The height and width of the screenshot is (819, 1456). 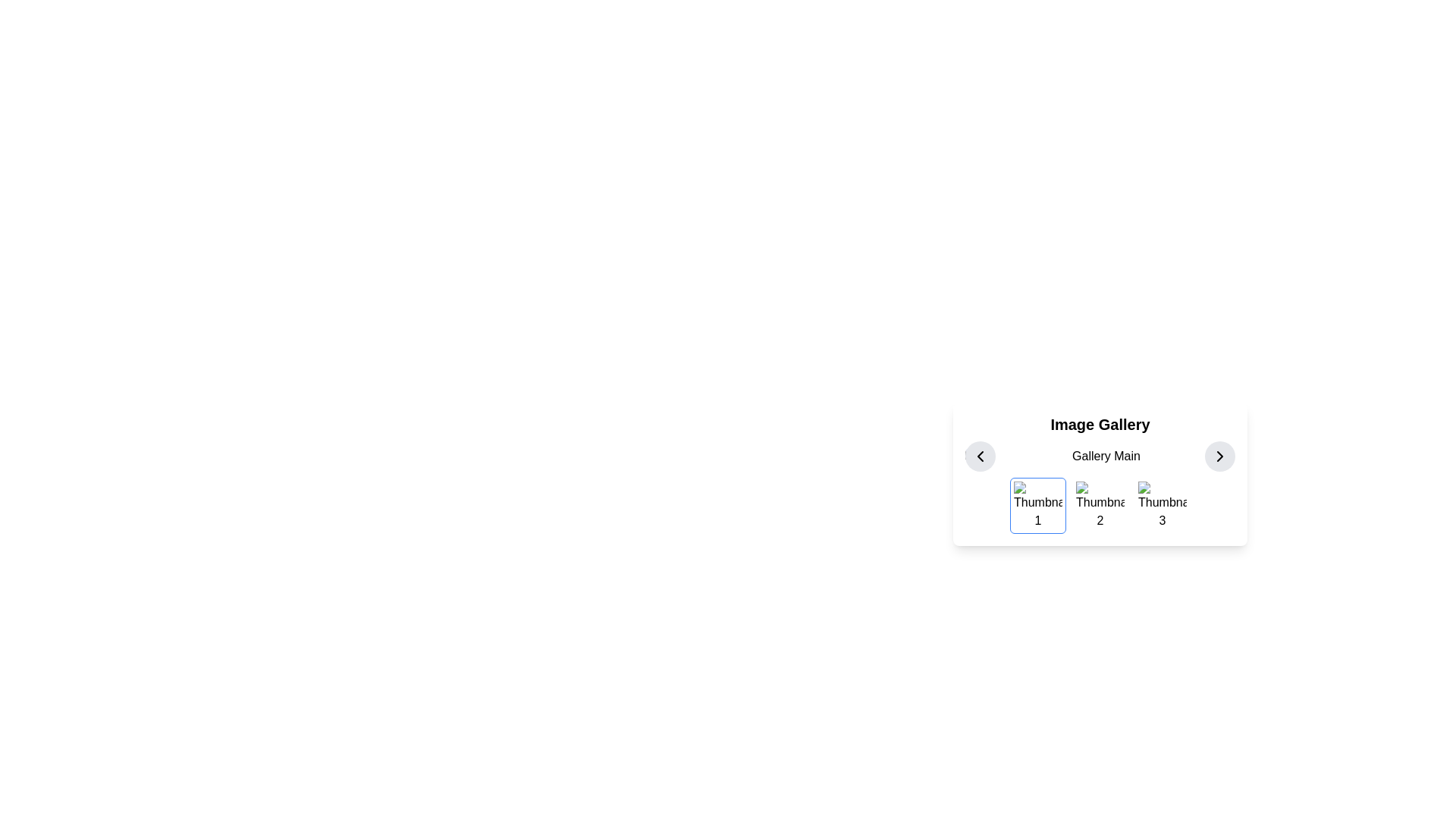 What do you see at coordinates (1219, 455) in the screenshot?
I see `the right-pointing chevron SVG icon in the upper right corner of the gallery component` at bounding box center [1219, 455].